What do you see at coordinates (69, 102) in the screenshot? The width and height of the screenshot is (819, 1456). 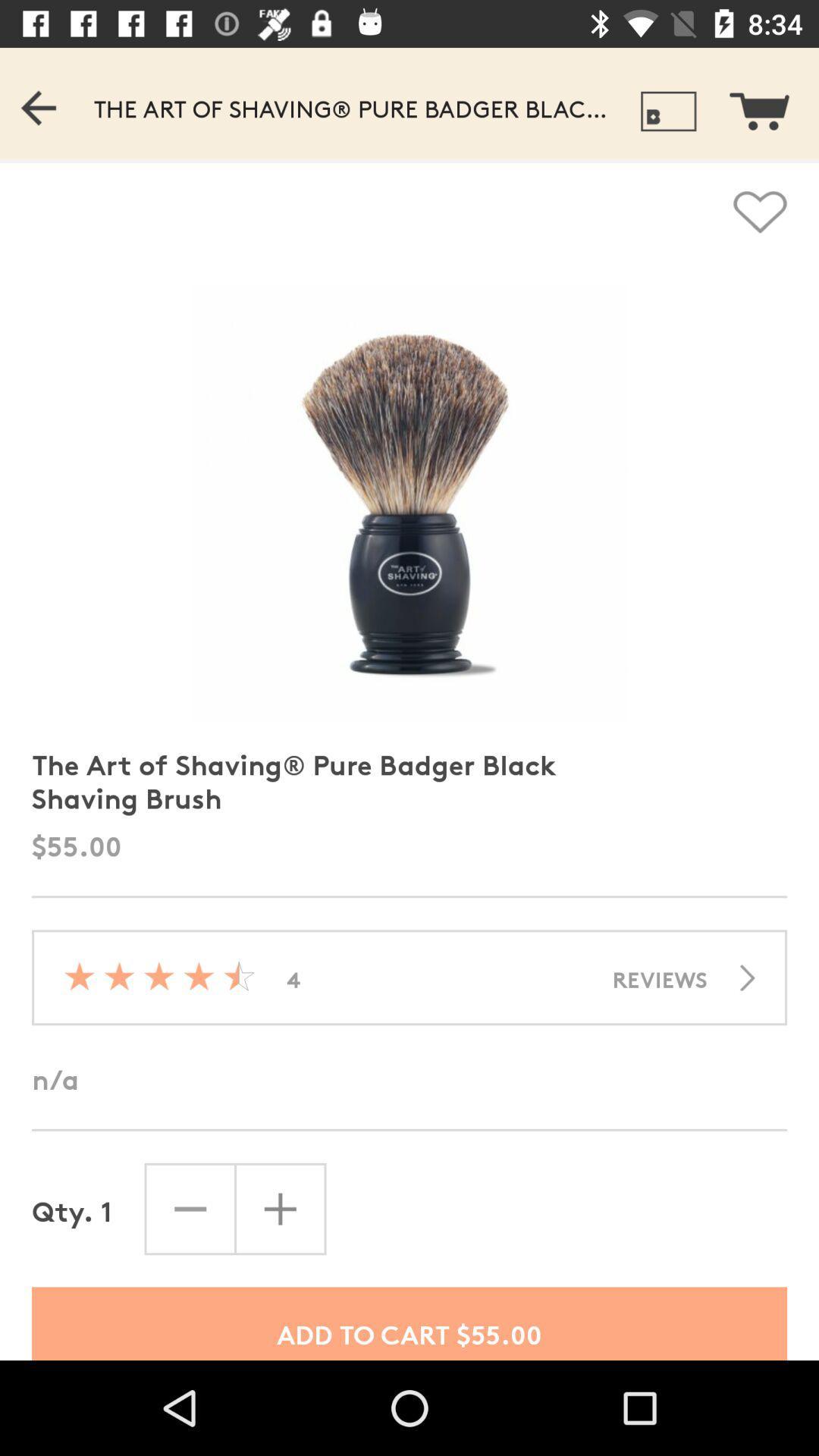 I see `the previous bar` at bounding box center [69, 102].